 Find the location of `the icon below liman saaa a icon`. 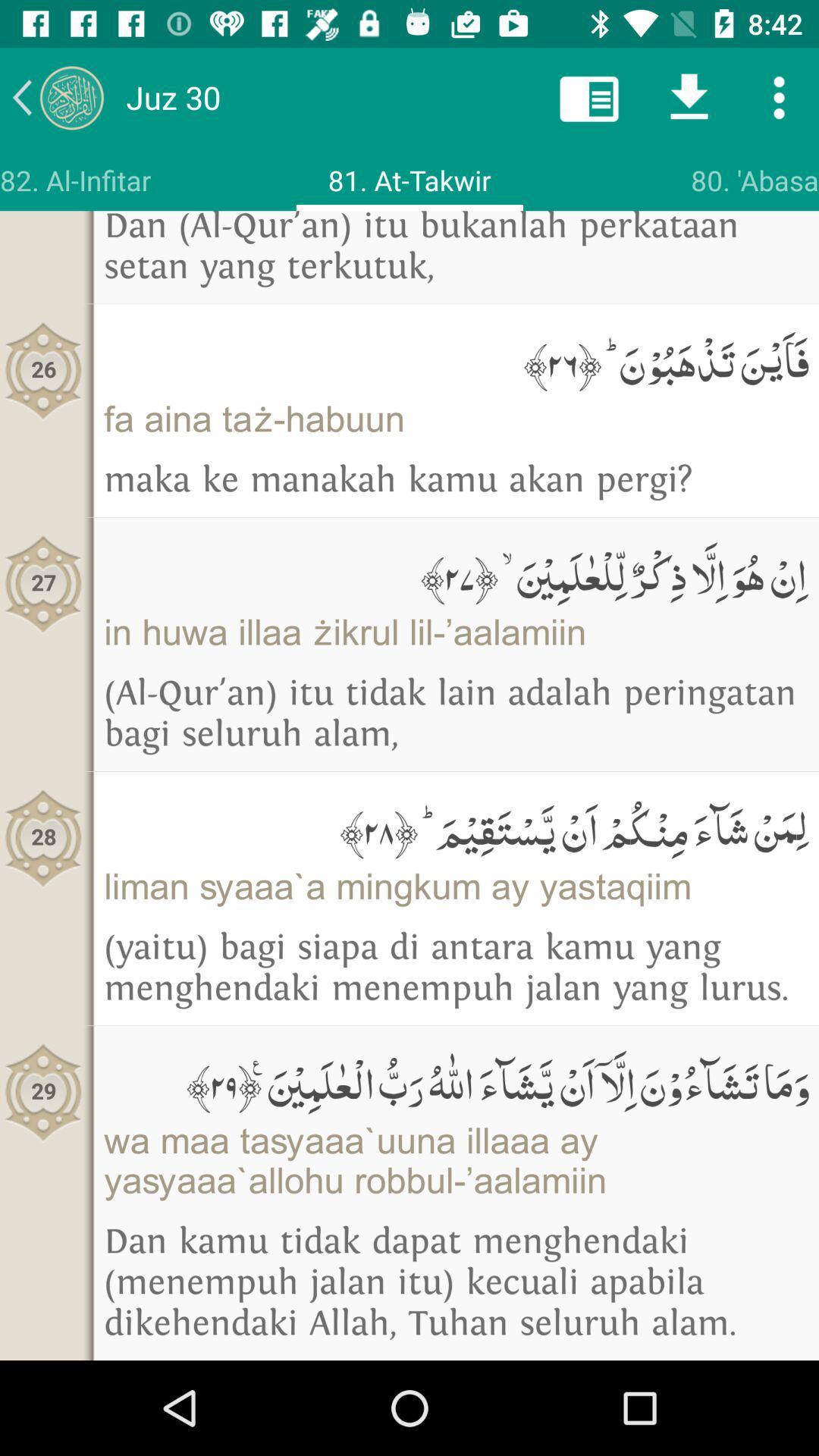

the icon below liman saaa a icon is located at coordinates (455, 967).